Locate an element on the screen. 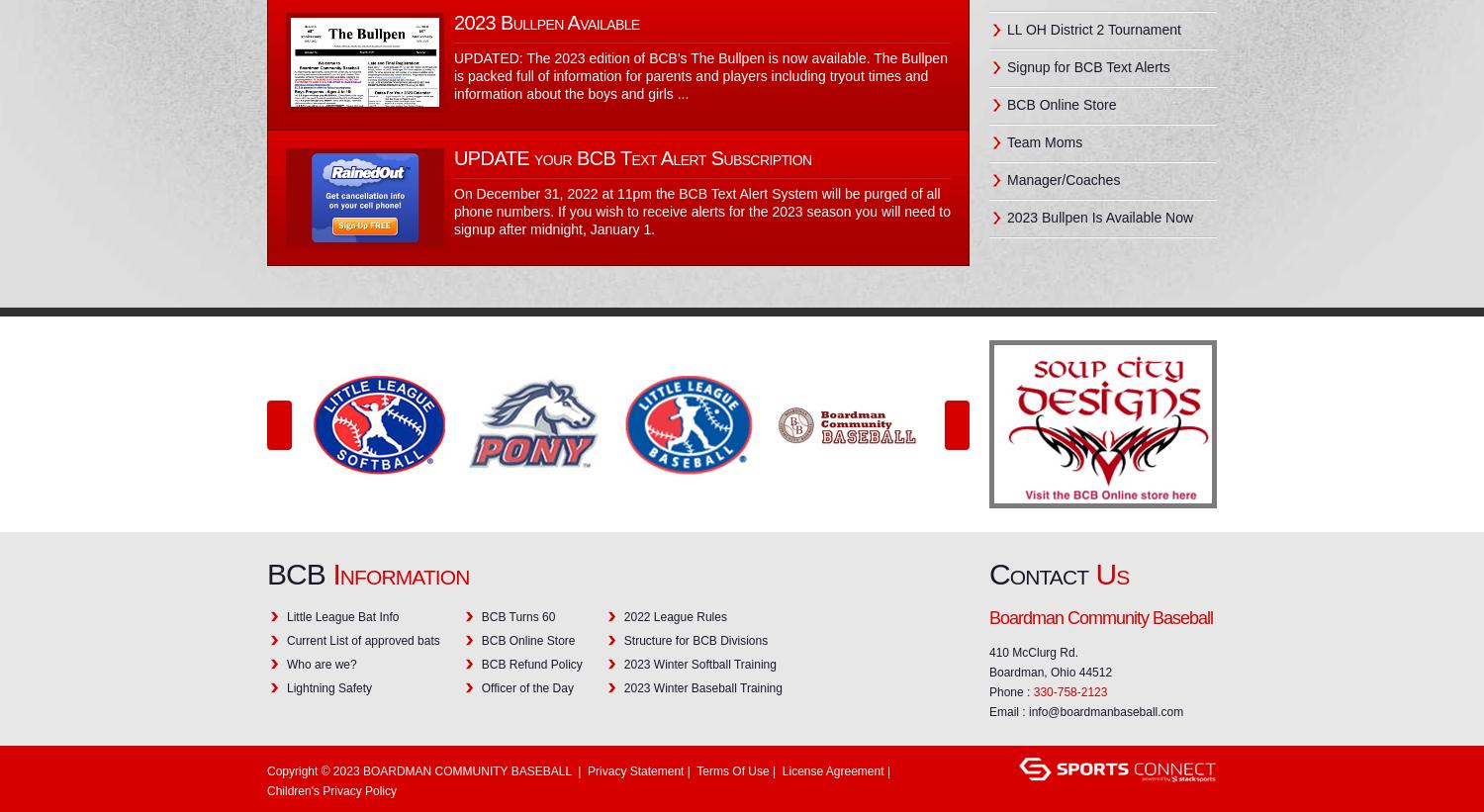 This screenshot has height=812, width=1484. 'Boardman, Ohio 44512' is located at coordinates (1051, 672).